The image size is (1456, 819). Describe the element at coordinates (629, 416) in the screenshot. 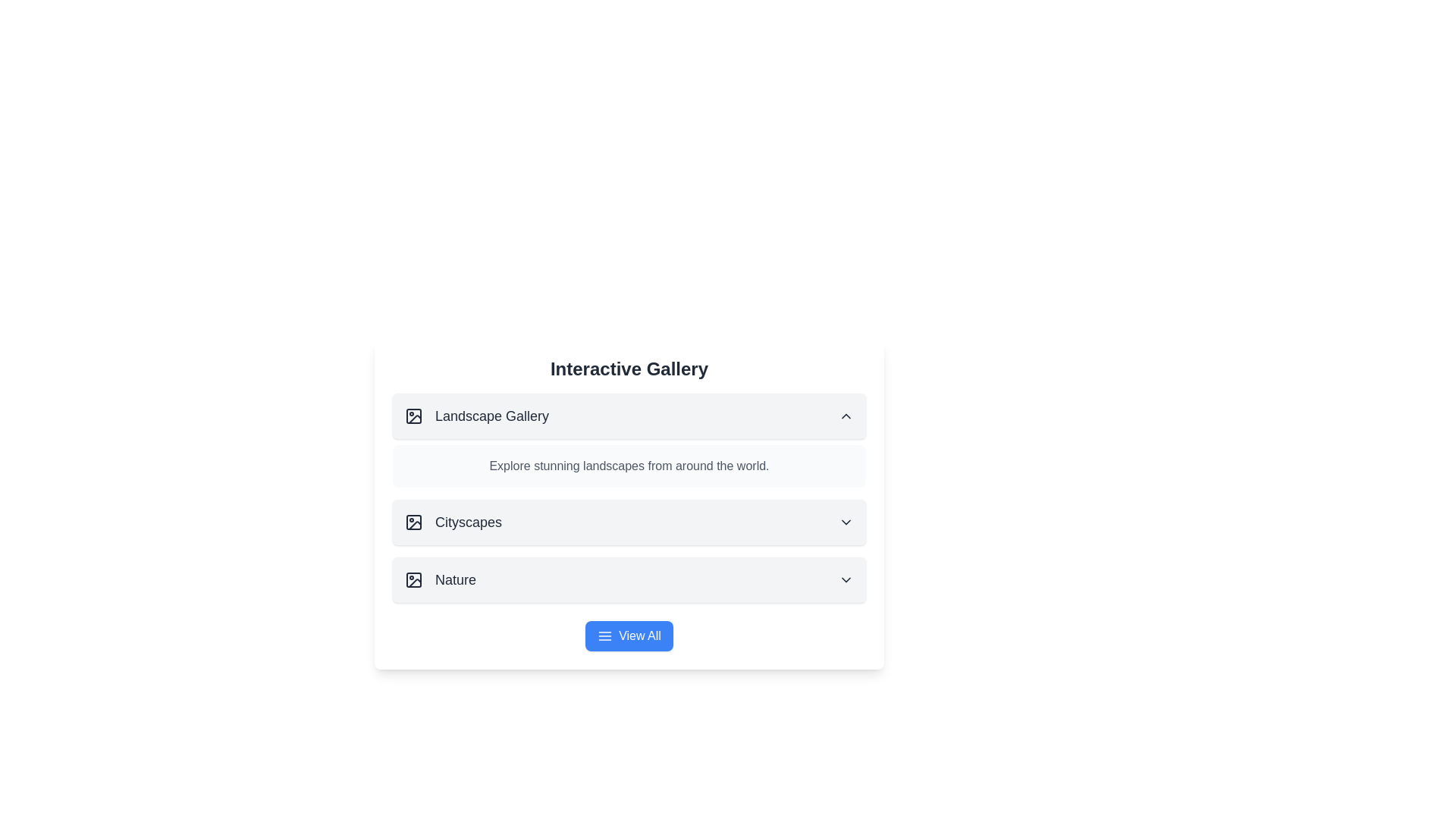

I see `the collapsible toggle for the 'Landscape Gallery'` at that location.